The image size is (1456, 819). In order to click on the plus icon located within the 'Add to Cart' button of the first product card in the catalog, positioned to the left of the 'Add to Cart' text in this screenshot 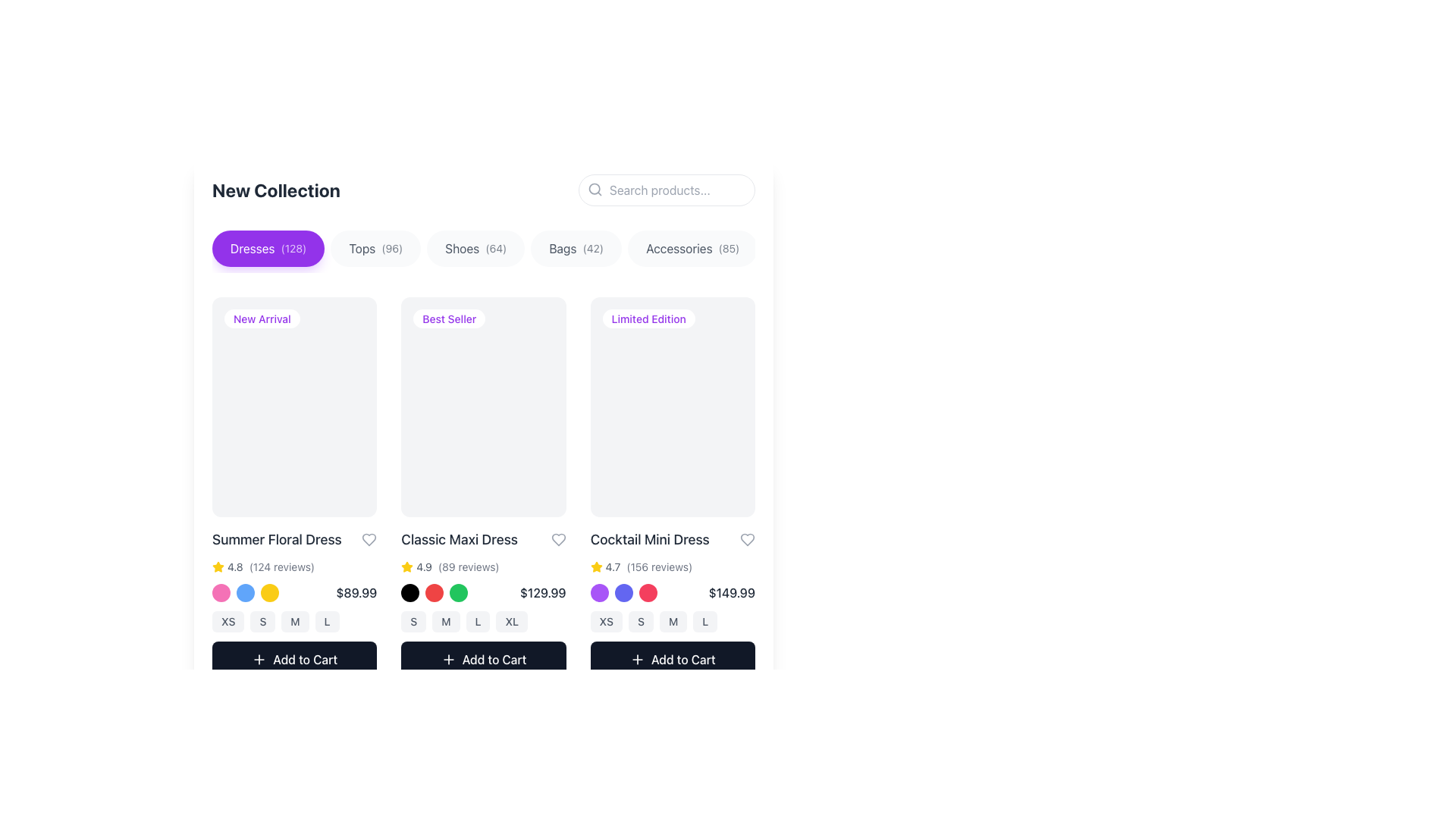, I will do `click(259, 658)`.